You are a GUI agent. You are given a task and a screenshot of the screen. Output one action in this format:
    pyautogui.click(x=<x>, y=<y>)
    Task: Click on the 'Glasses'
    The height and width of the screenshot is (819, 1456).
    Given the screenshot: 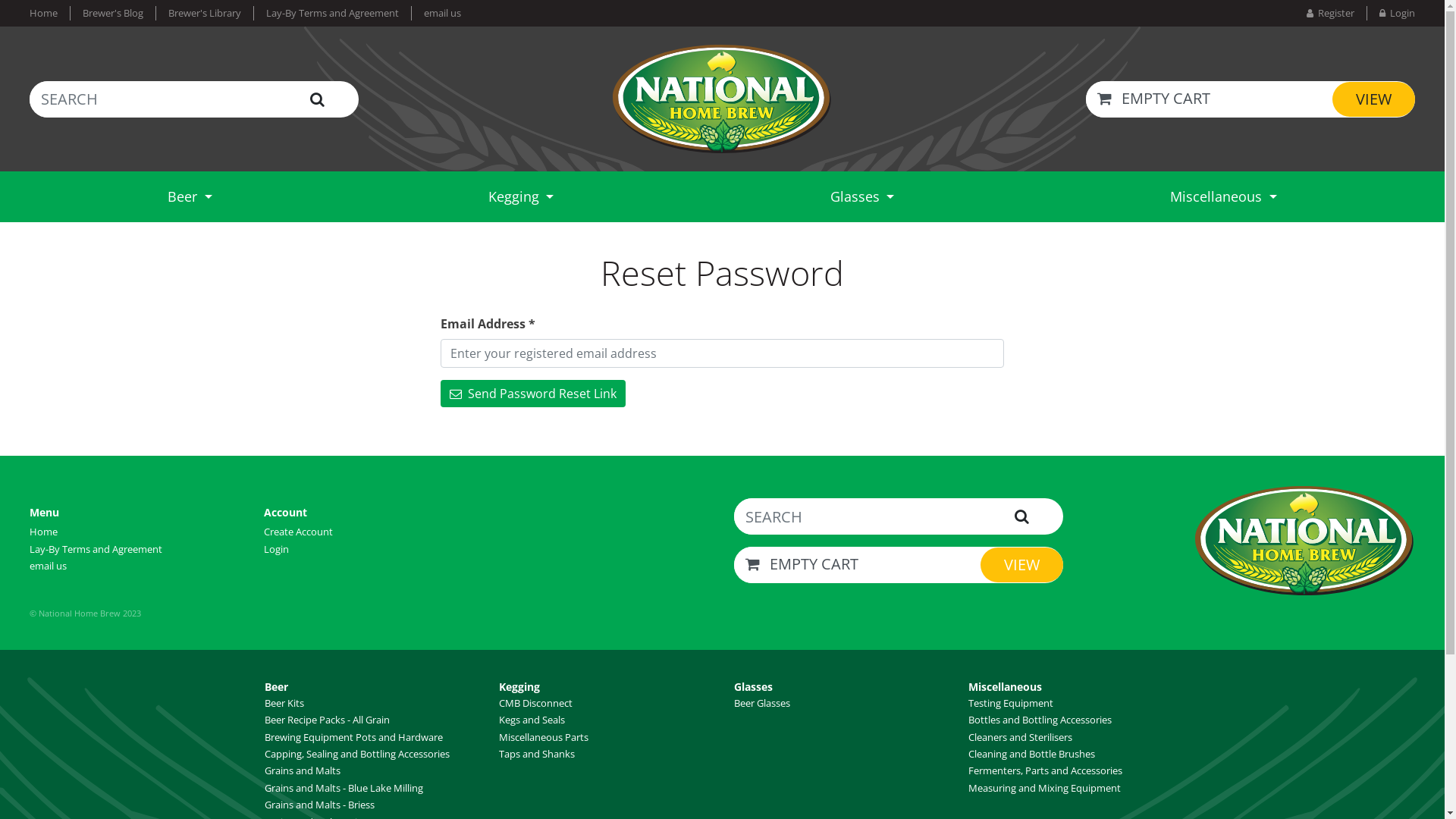 What is the action you would take?
    pyautogui.click(x=862, y=195)
    